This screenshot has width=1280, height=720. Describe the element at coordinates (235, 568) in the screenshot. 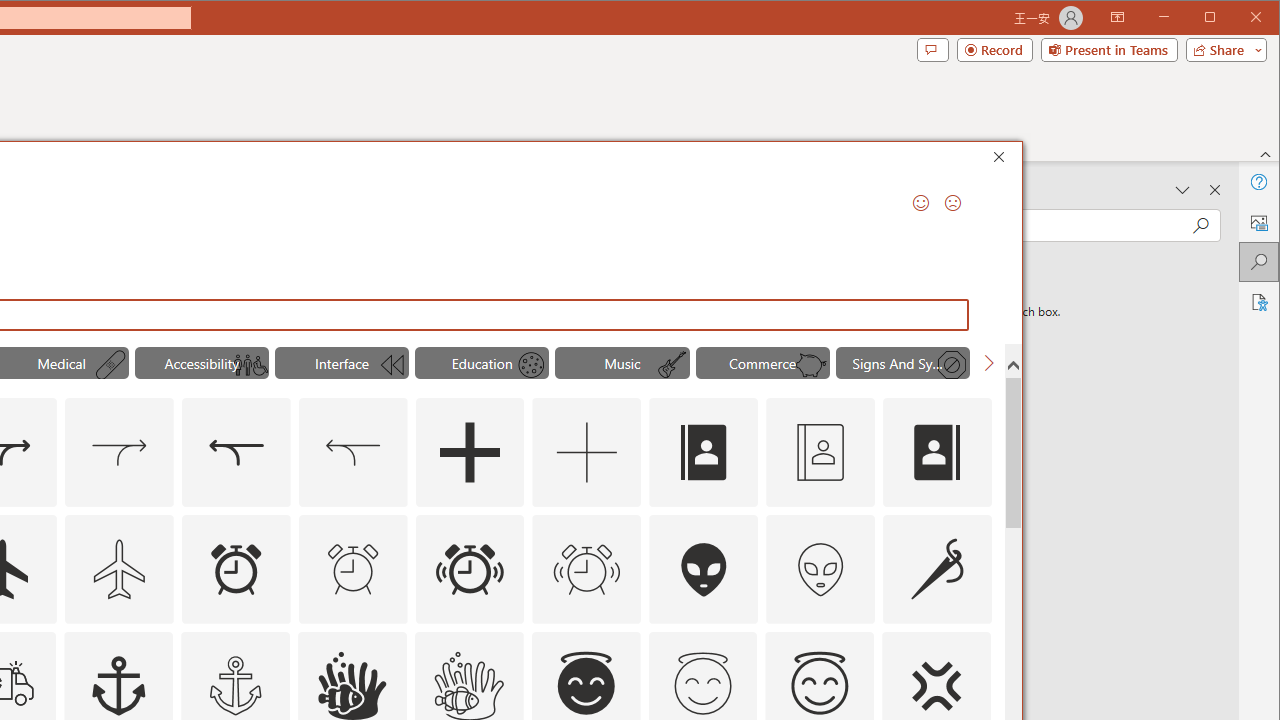

I see `'AutomationID: Icons_AlarmClock'` at that location.